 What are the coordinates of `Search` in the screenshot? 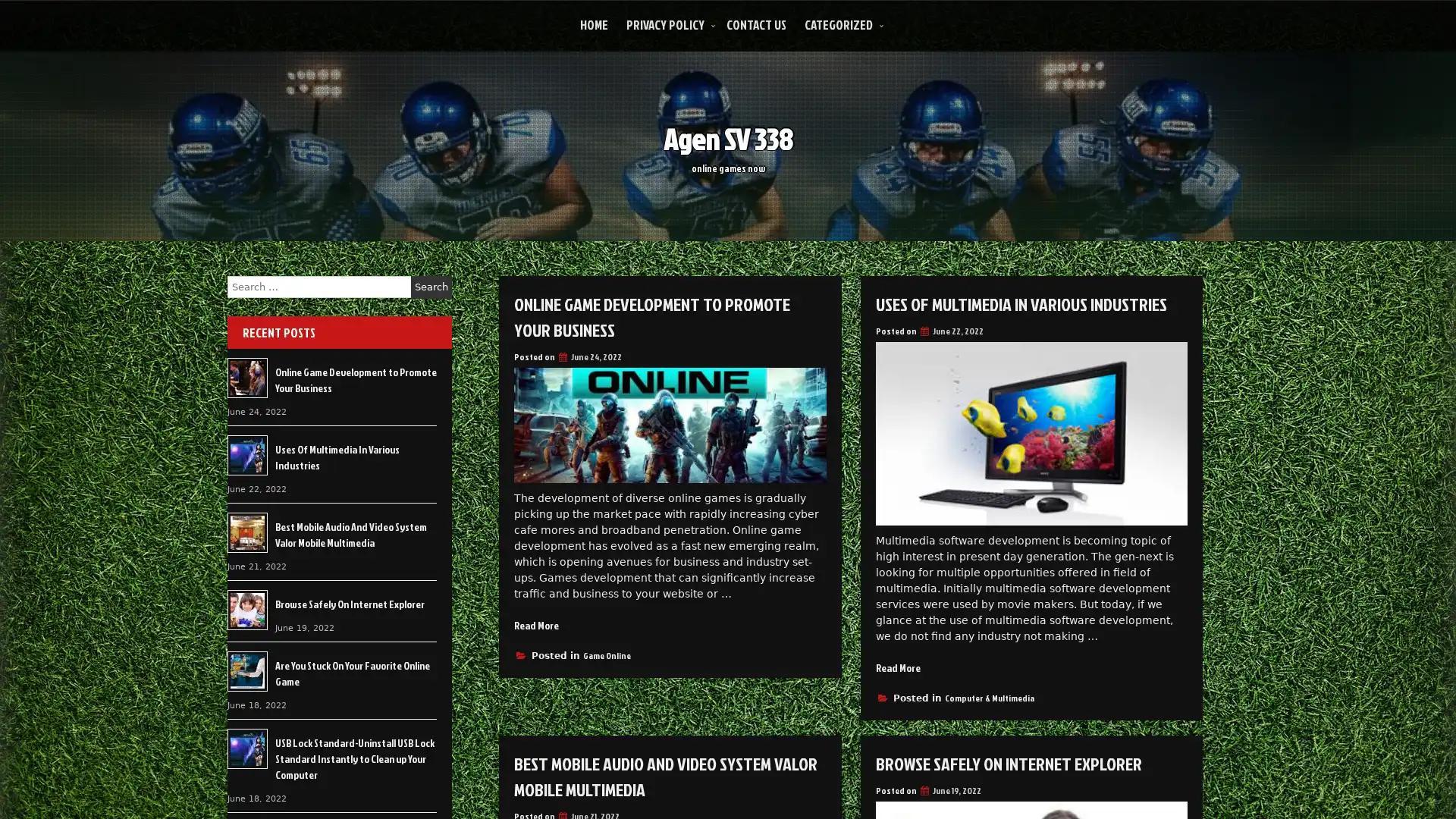 It's located at (431, 287).